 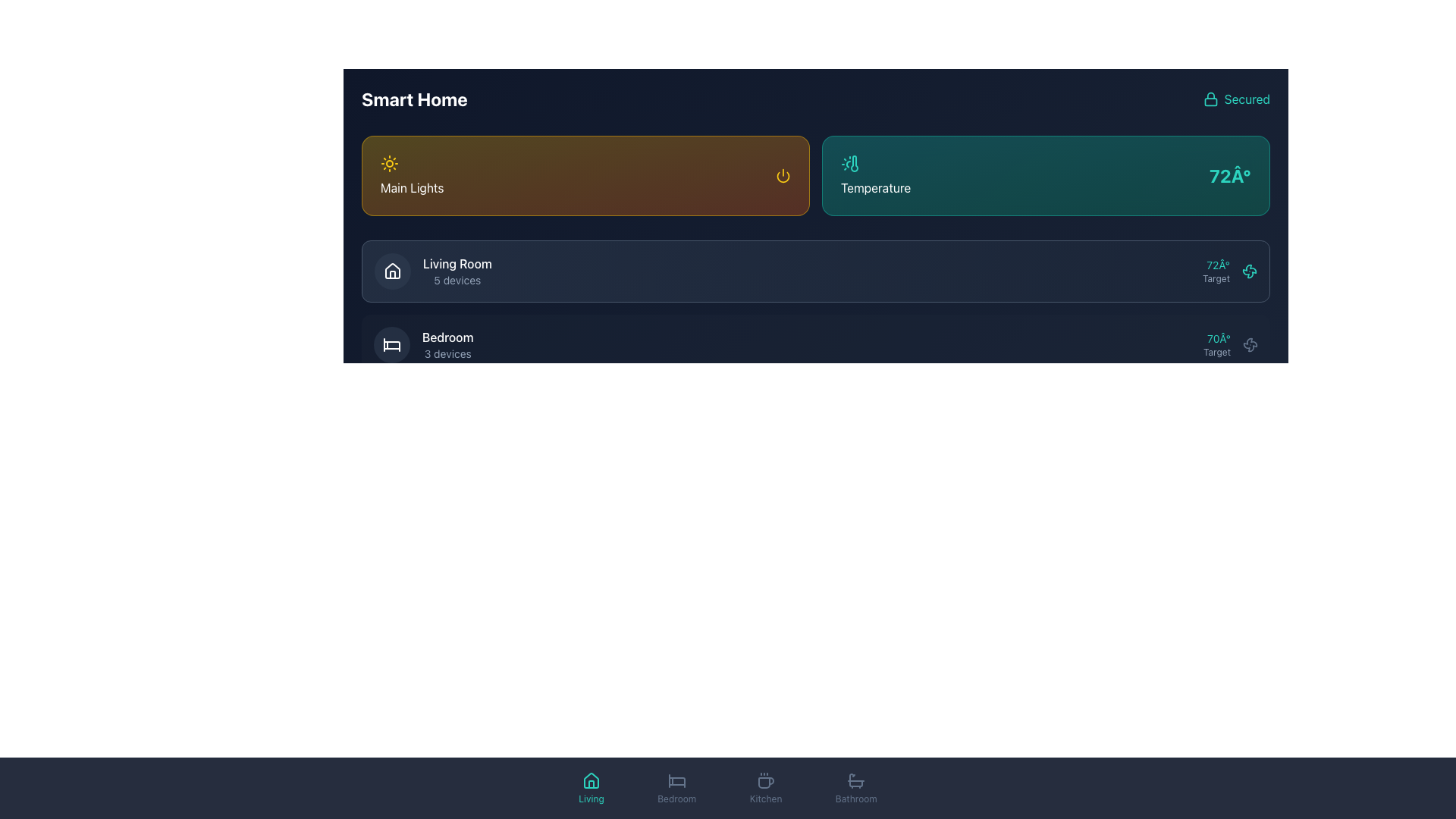 What do you see at coordinates (1230, 345) in the screenshot?
I see `the Temperature display in the bottom-right corner of the 'Bedroom' card, which shows a teal '70°' and a grey 'Target' label with a fan icon` at bounding box center [1230, 345].